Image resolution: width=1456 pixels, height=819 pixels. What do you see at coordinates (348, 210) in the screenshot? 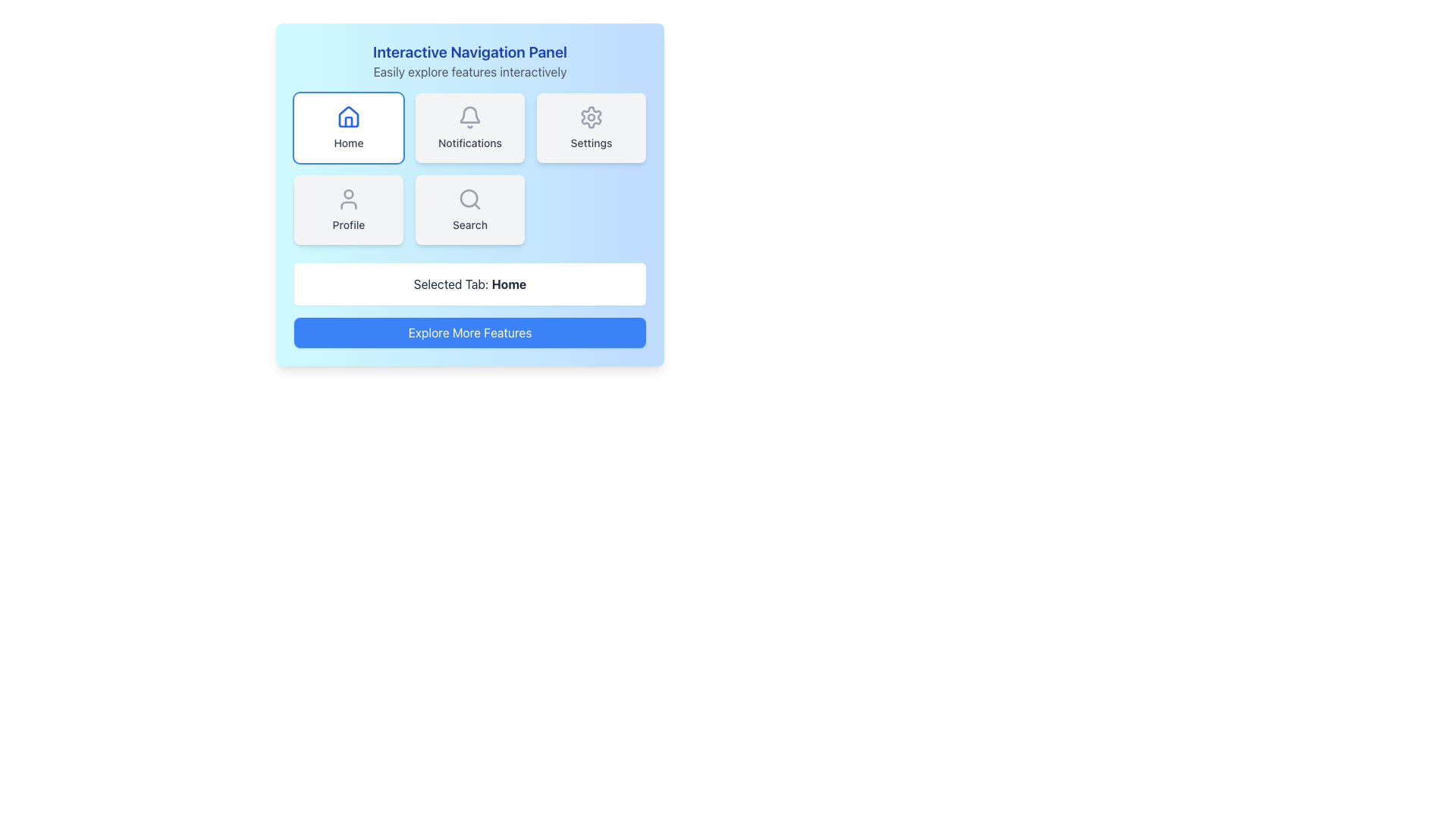
I see `the fourth button in the grid layout` at bounding box center [348, 210].